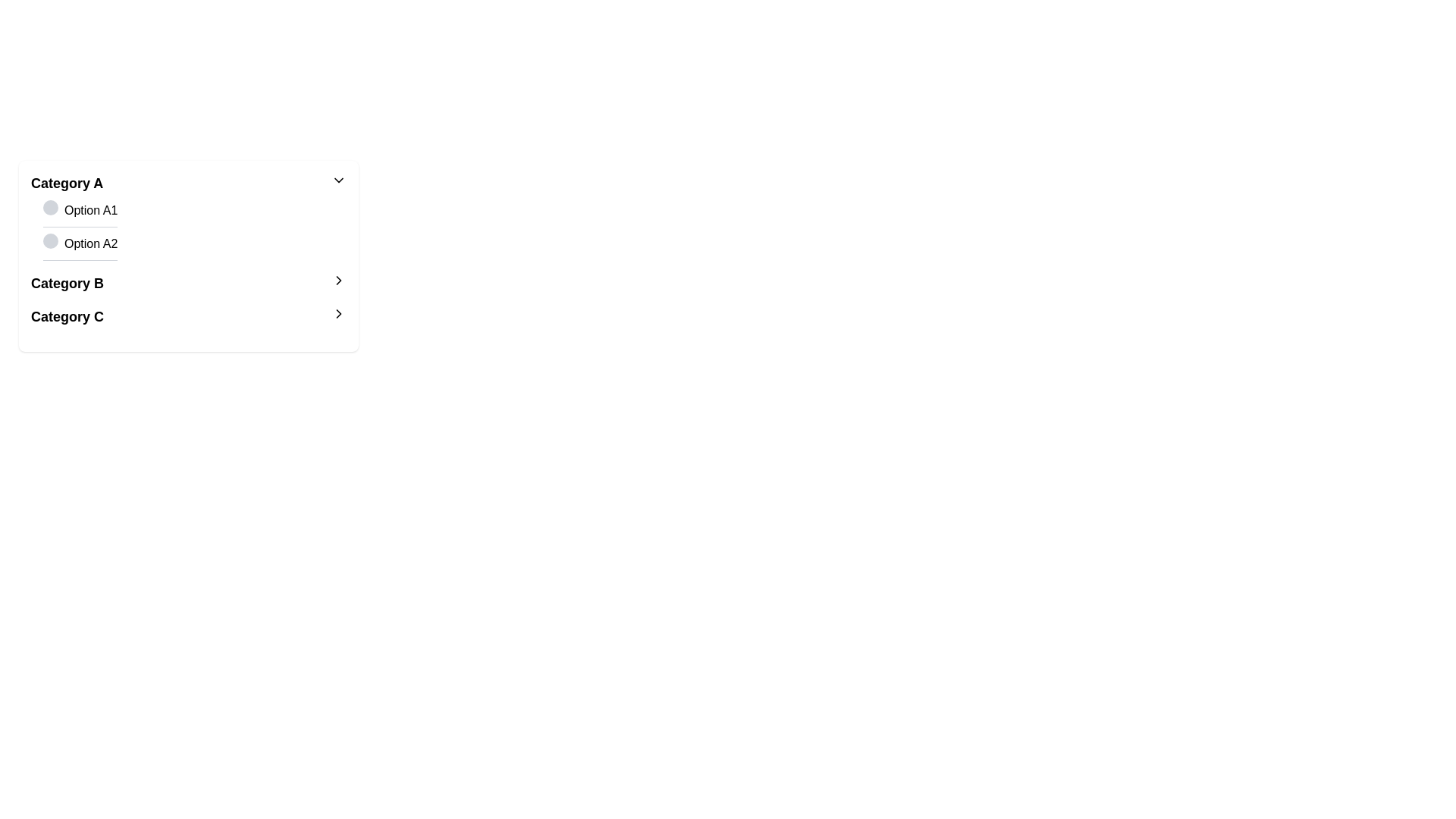  I want to click on the radio button labeled 'Option A1' to trigger visual feedback, so click(194, 213).